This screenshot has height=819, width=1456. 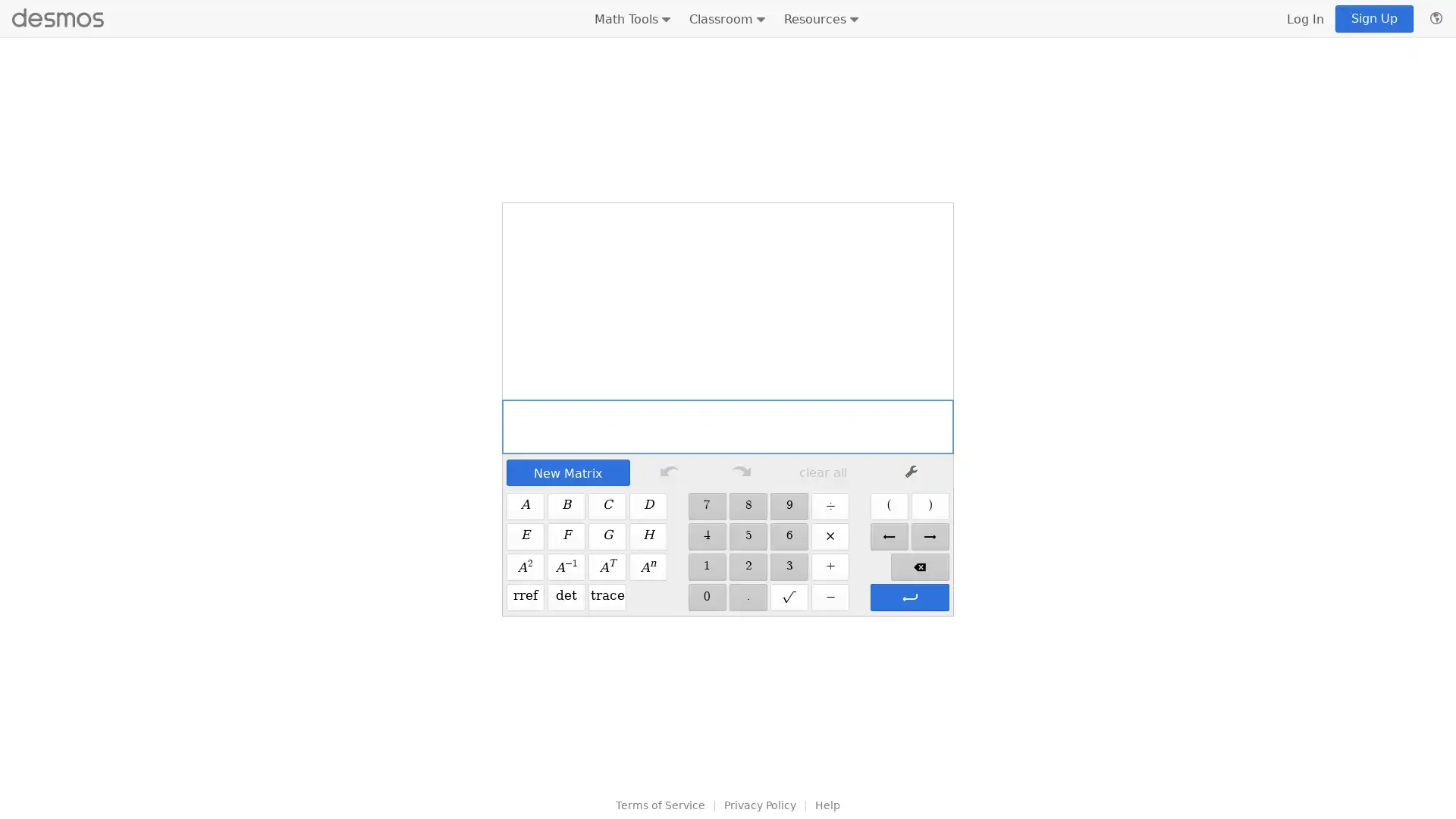 What do you see at coordinates (607, 596) in the screenshot?
I see `Trace` at bounding box center [607, 596].